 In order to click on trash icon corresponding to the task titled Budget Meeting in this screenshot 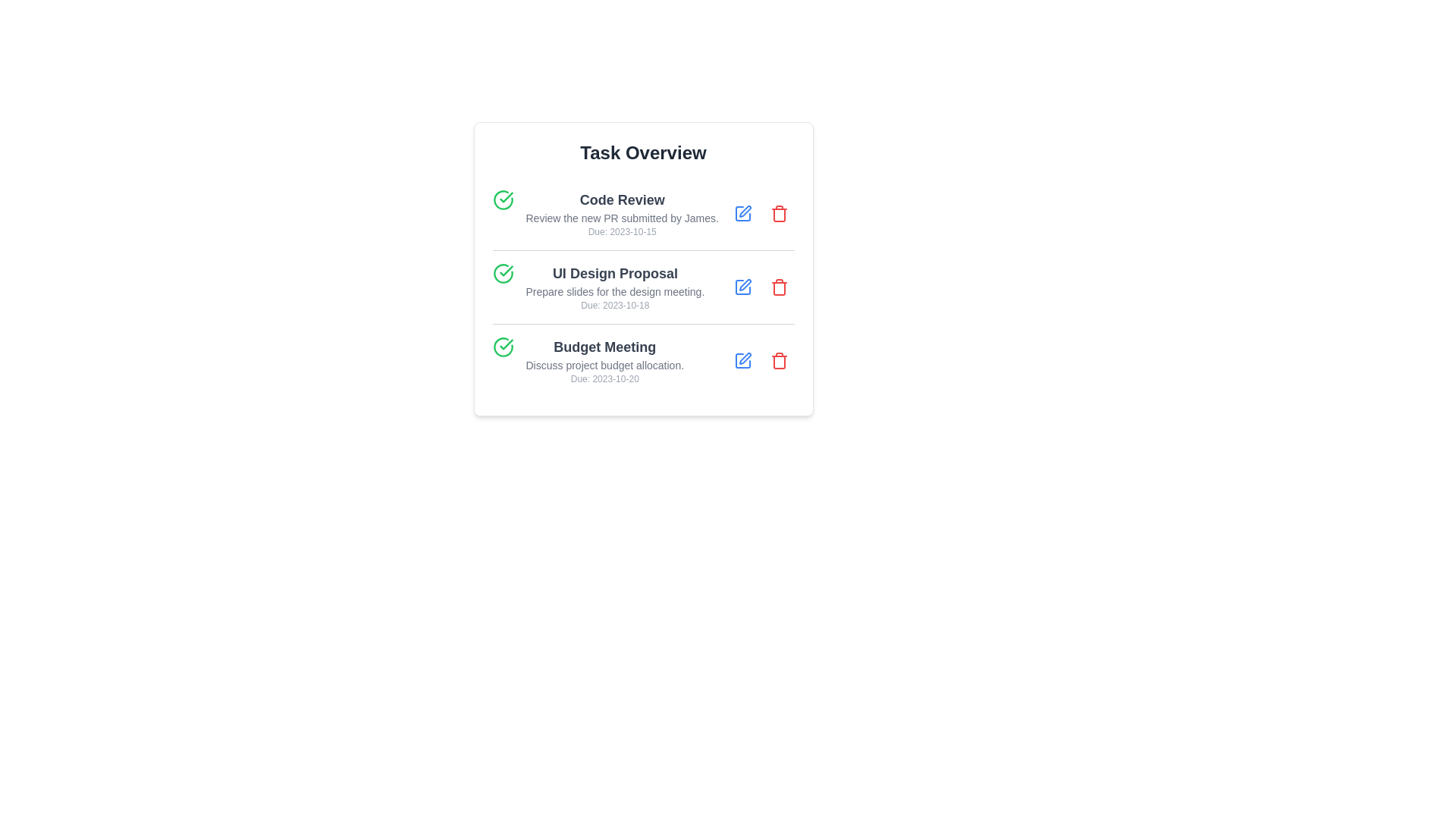, I will do `click(779, 360)`.